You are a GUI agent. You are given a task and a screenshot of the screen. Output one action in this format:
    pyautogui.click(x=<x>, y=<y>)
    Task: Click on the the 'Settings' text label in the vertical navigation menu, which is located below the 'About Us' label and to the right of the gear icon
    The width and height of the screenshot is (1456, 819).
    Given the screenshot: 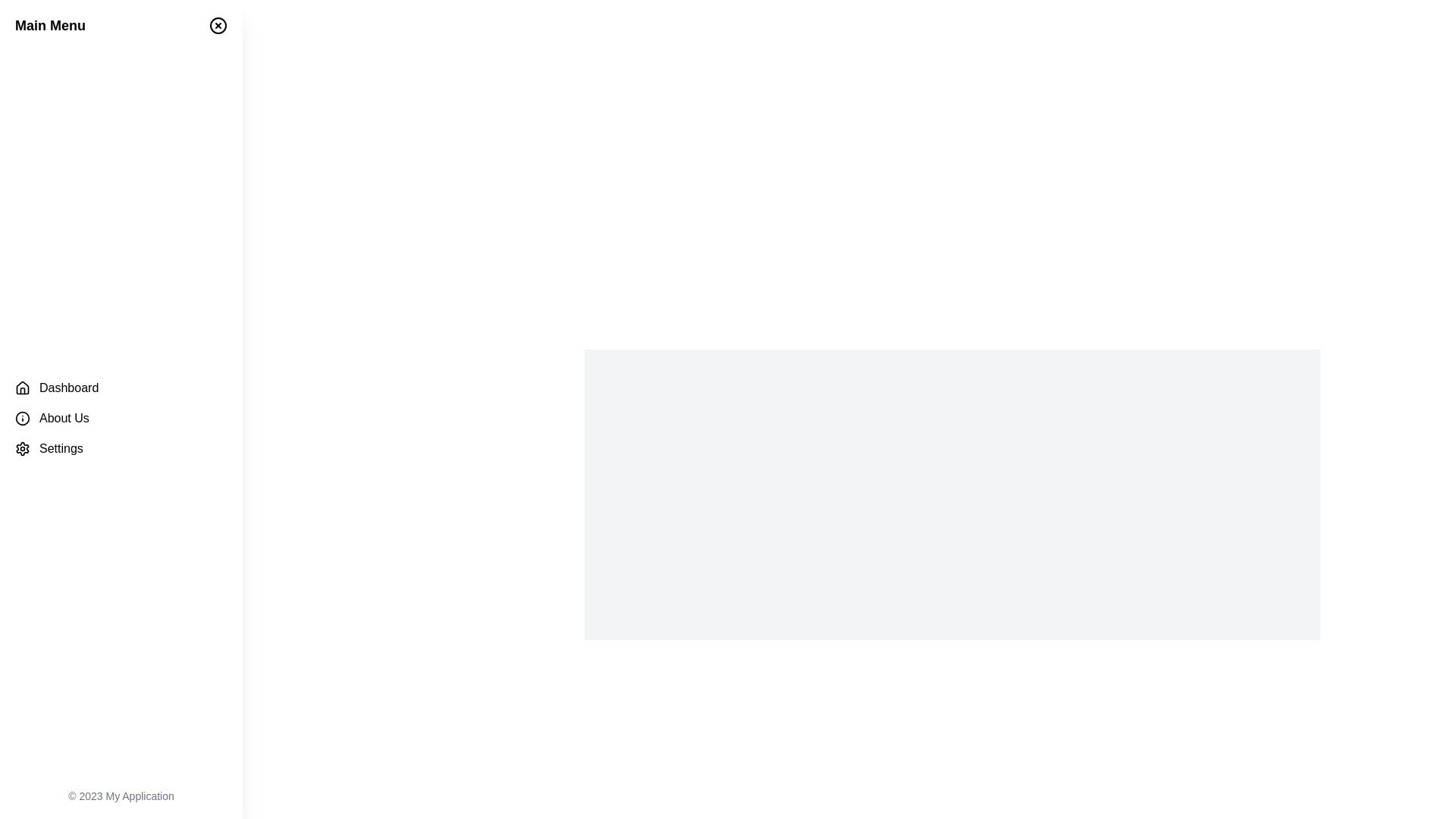 What is the action you would take?
    pyautogui.click(x=61, y=447)
    